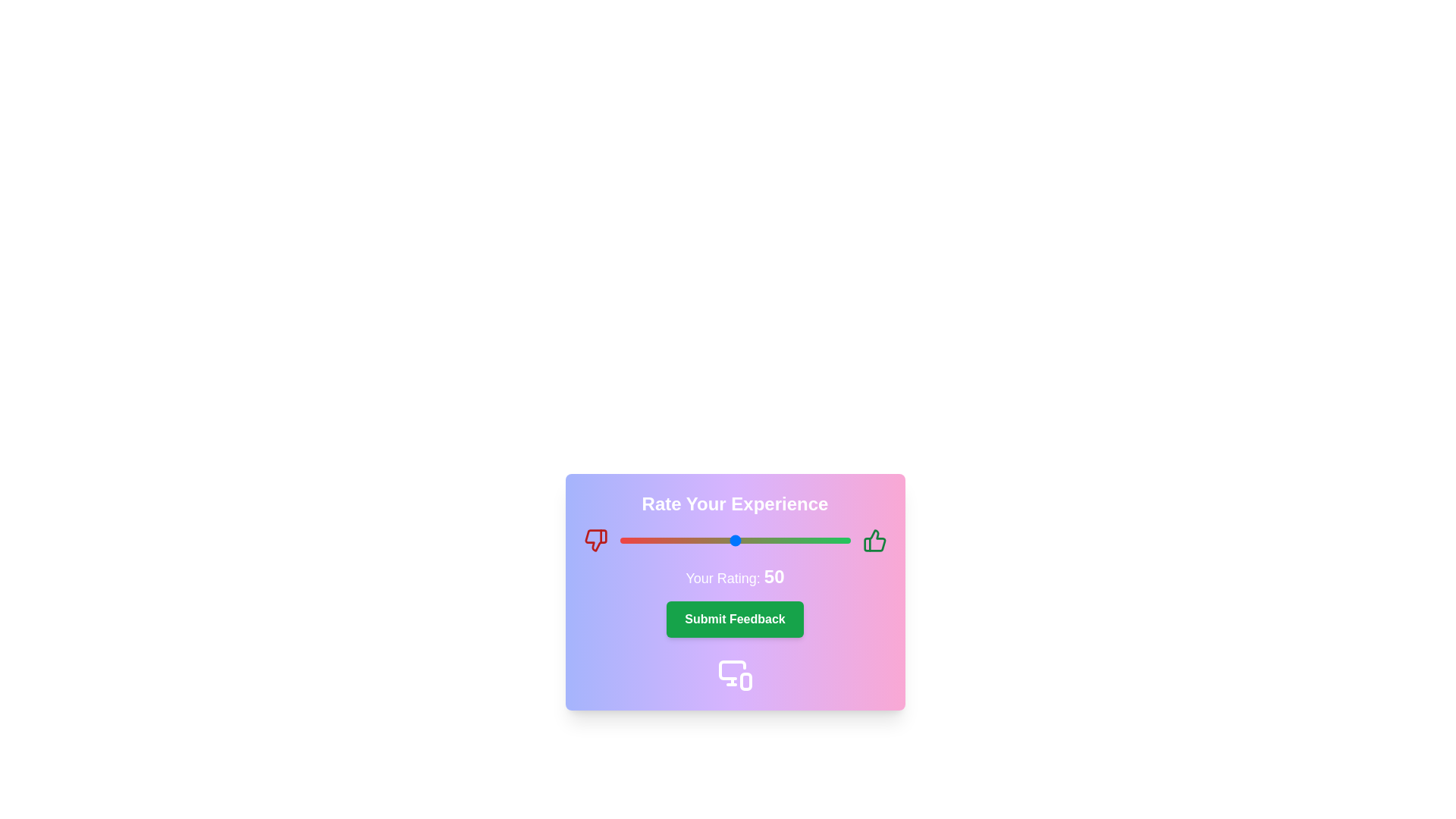  I want to click on the slider to a specific rating value, 84, so click(812, 540).